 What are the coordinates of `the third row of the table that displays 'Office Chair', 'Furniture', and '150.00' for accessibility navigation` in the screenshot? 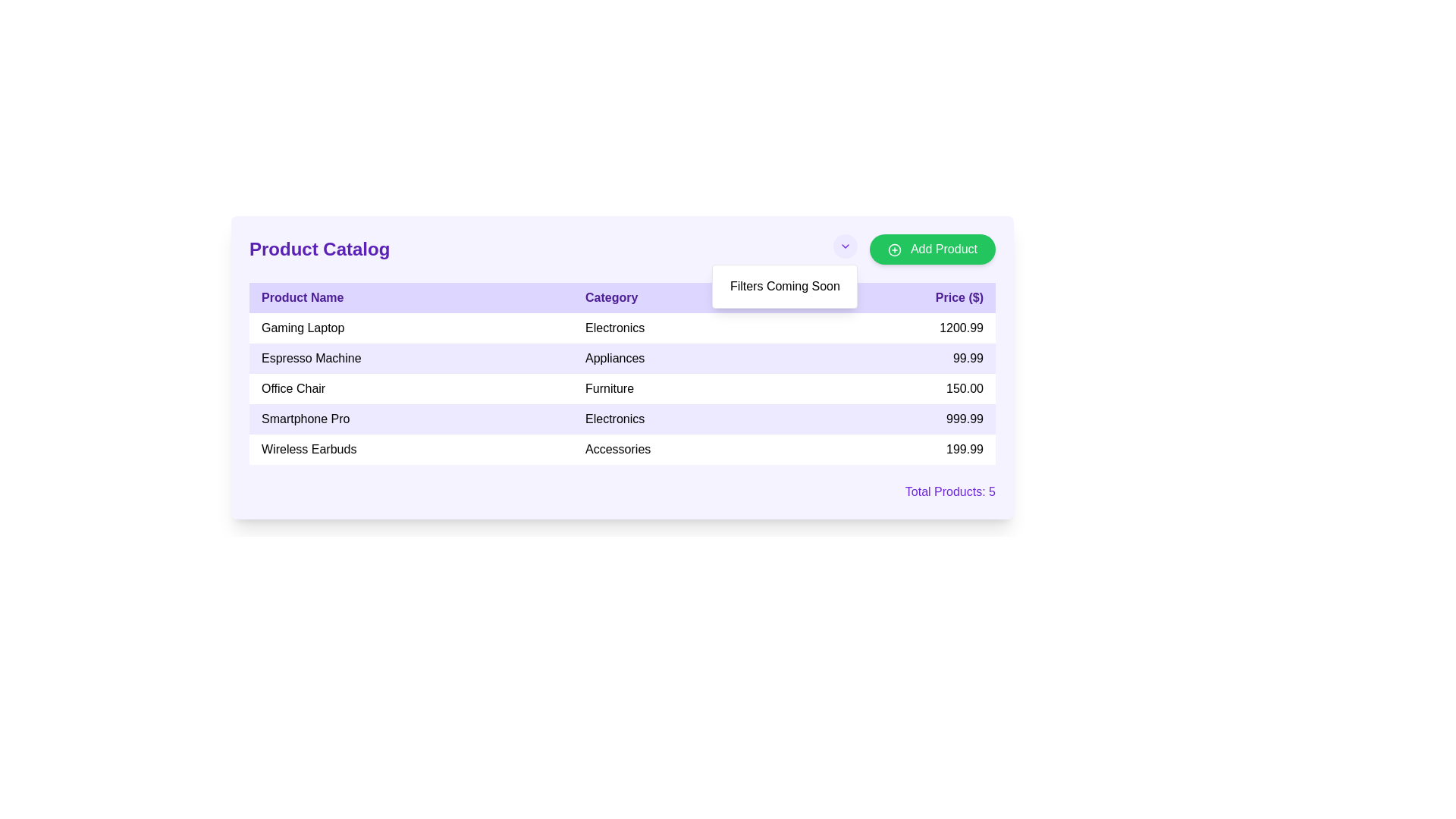 It's located at (622, 388).